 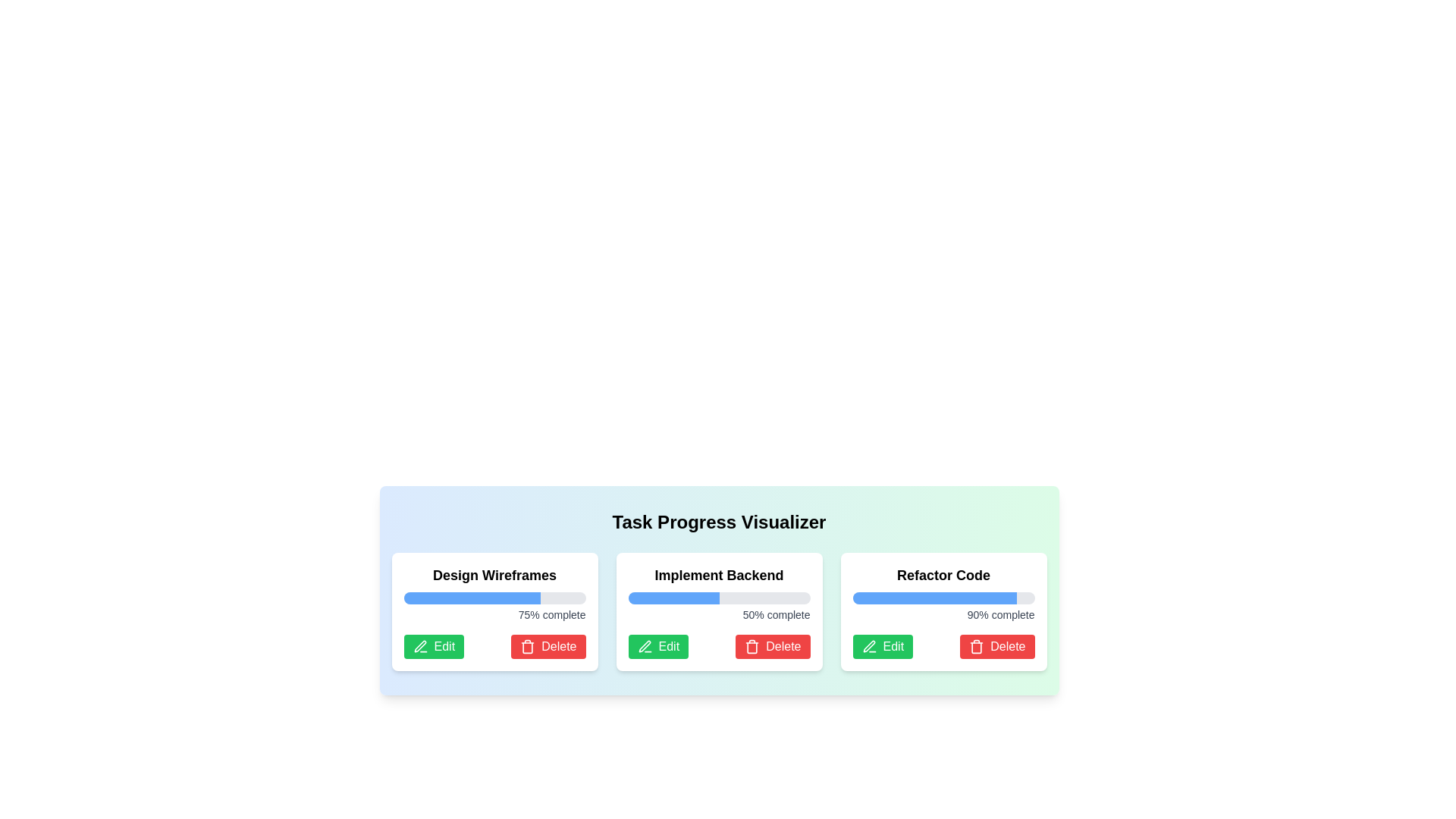 I want to click on the delete icon located within the 'Delete' button at the bottom of the 'Implement Backend' card, so click(x=752, y=646).